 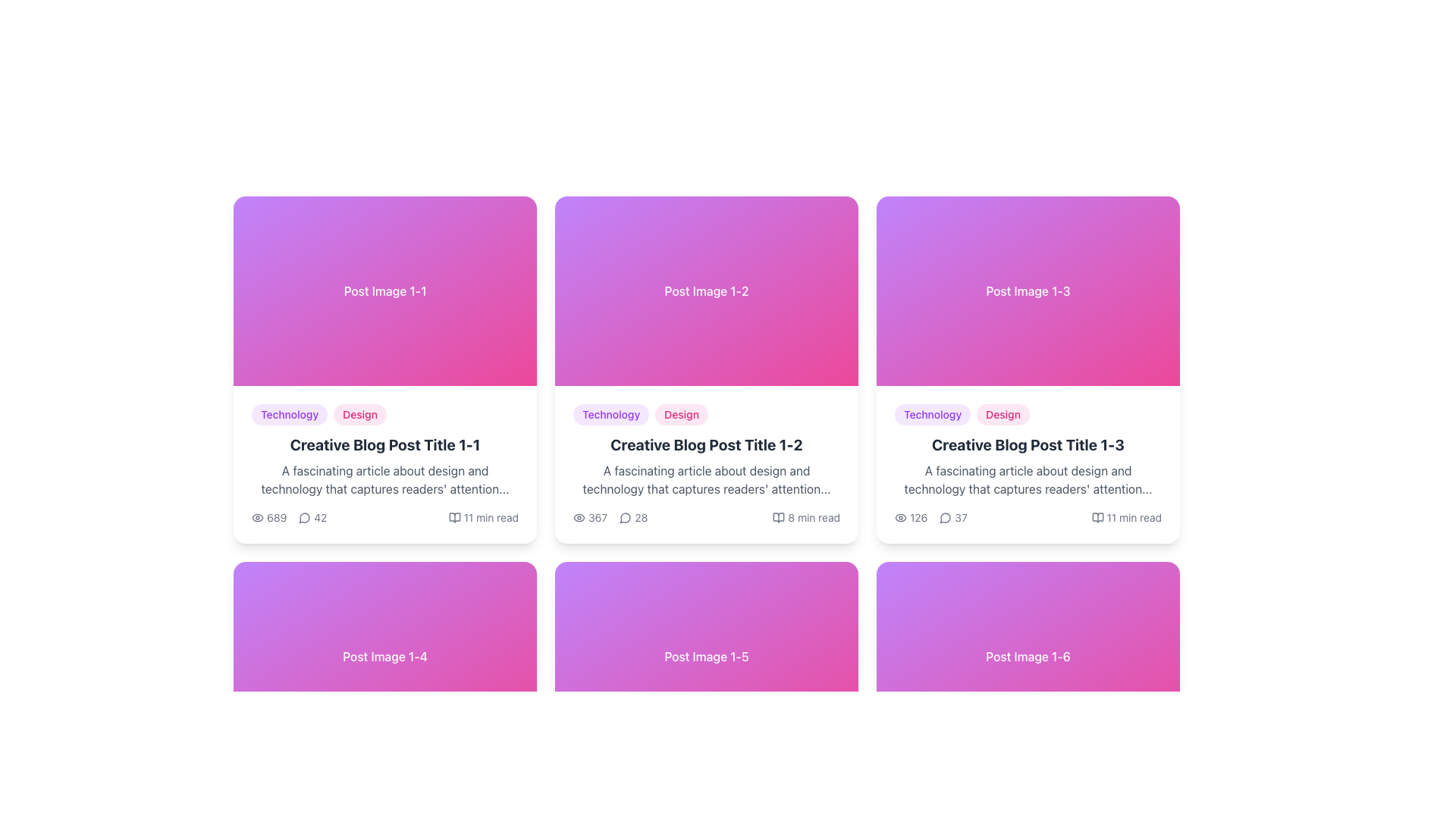 What do you see at coordinates (385, 291) in the screenshot?
I see `the visual appeal of the image placeholder located in the upper section of the first card in the first row of the grid layout, which is directly above the text 'Creative Blog Post Title 1-1'` at bounding box center [385, 291].